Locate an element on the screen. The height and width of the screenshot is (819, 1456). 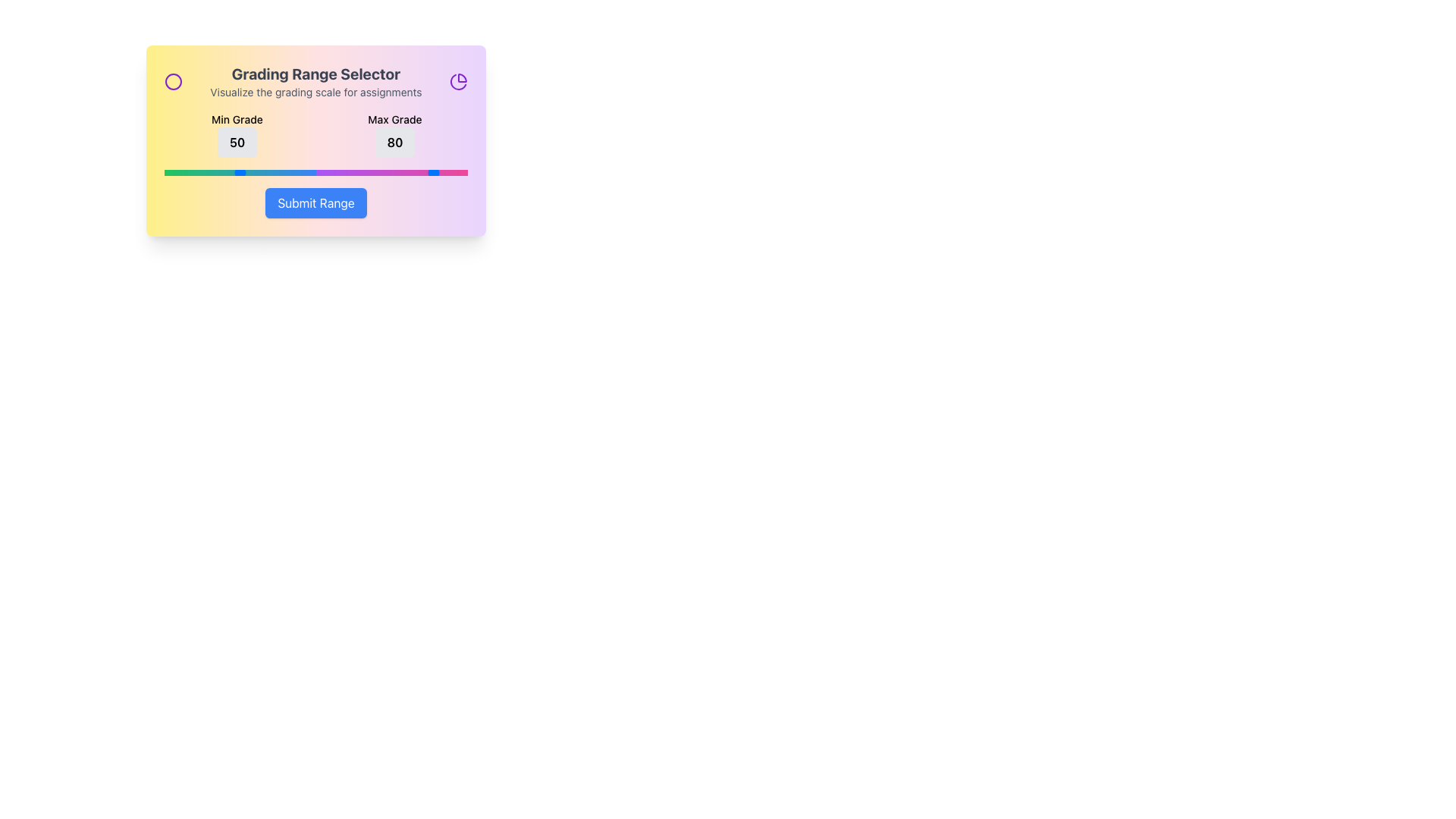
the slider value is located at coordinates (168, 171).